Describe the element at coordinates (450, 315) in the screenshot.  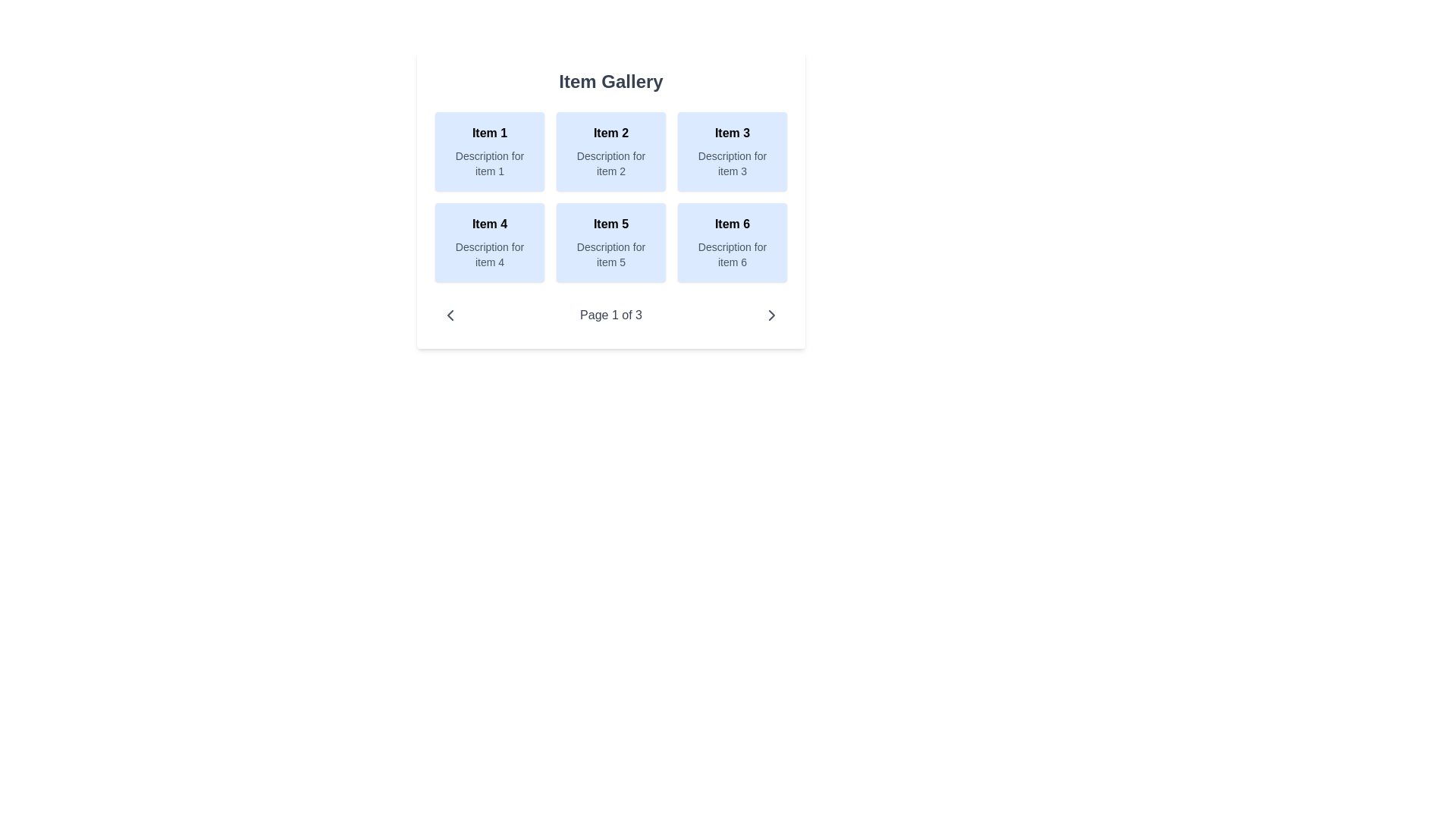
I see `the left-facing chevron icon button located to the left of the pagination text 'Page 1 of 3'` at that location.